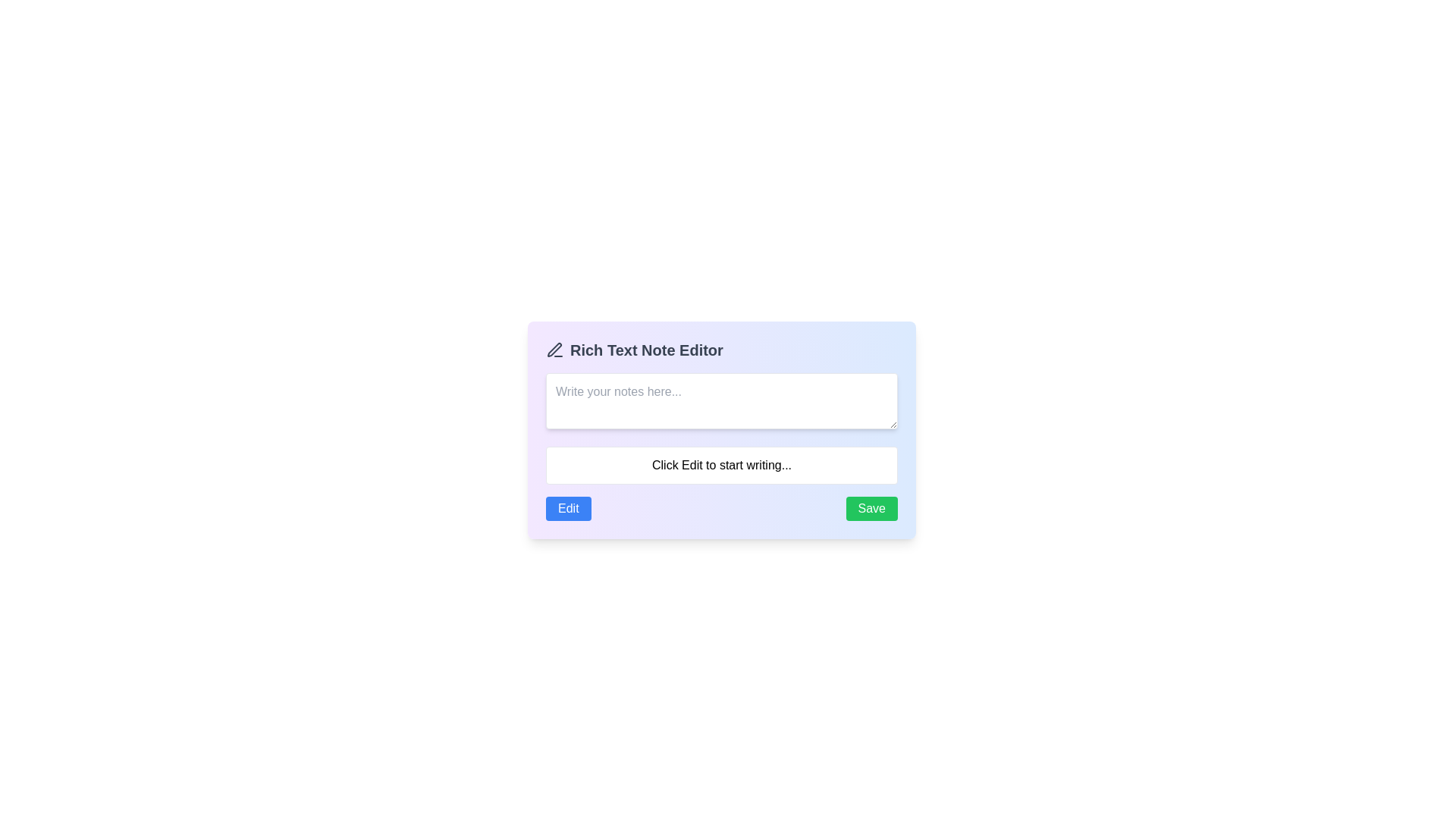  I want to click on the Decorative SVG element within the pen icon located in the top-left corner of the Rich Text Note Editor interface, so click(554, 350).